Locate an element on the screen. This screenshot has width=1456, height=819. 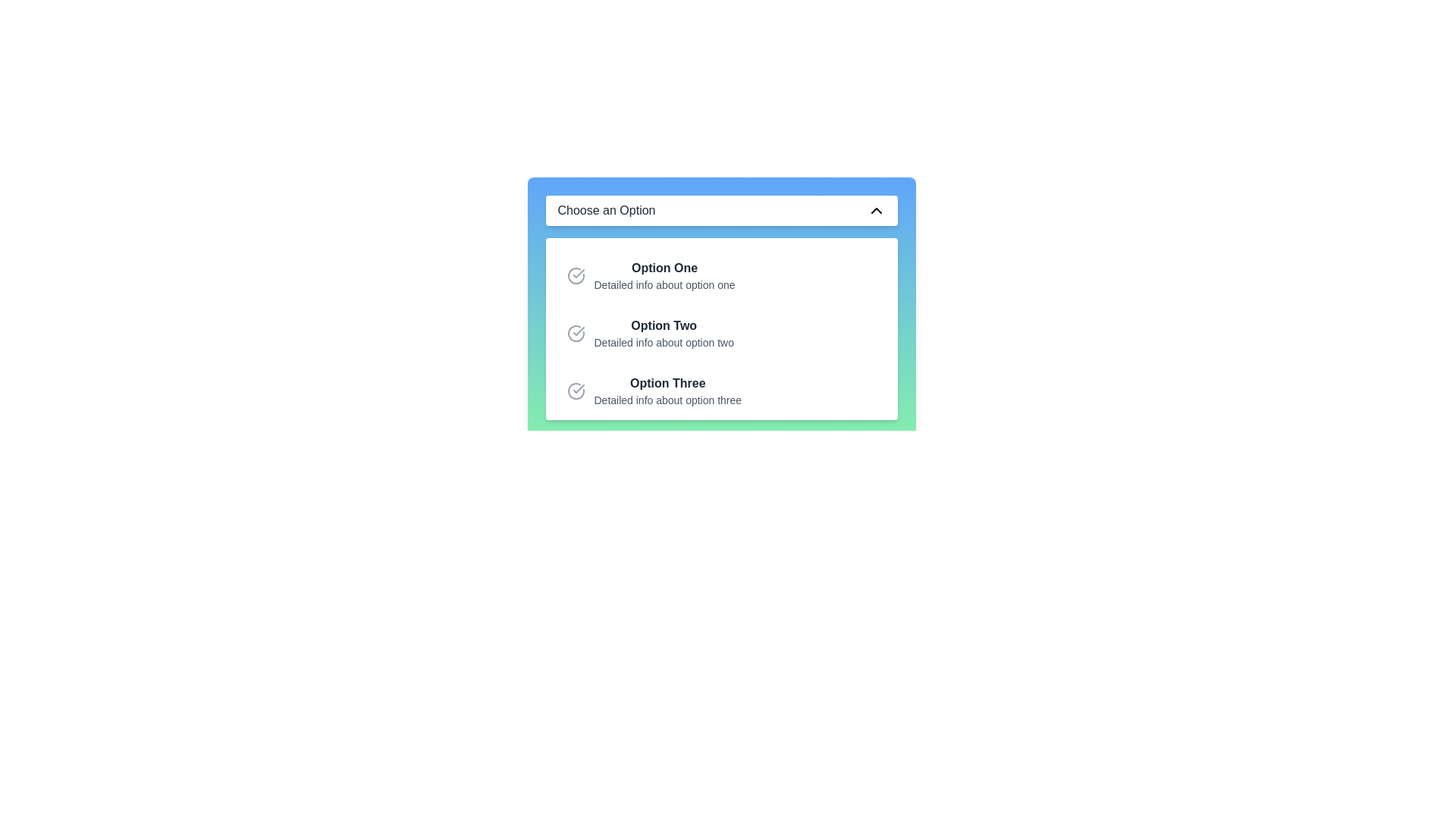
the list item labeled 'Option Three', which consists of a bold dark gray text and a smaller light gray text underneath is located at coordinates (667, 391).